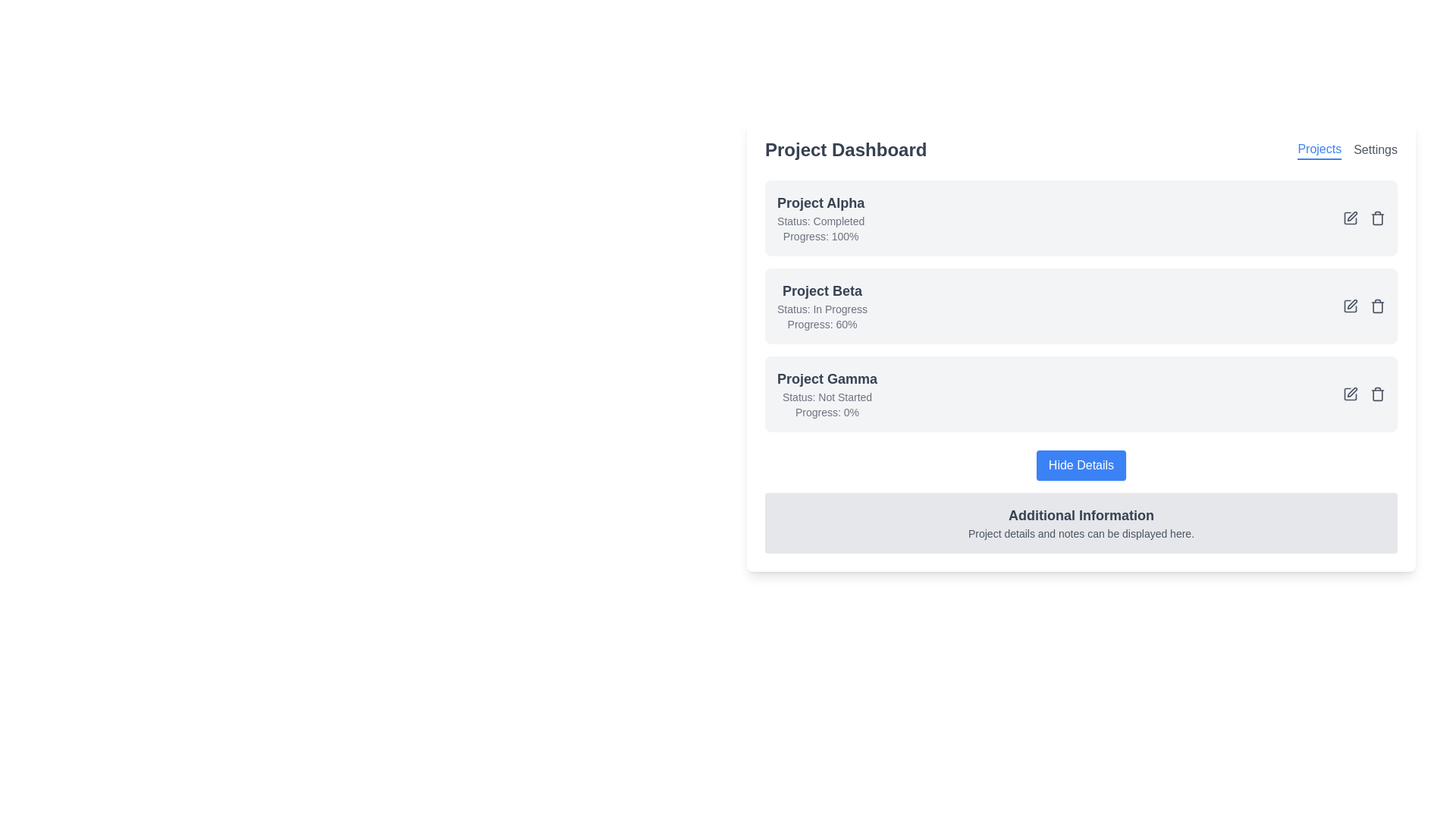 This screenshot has height=819, width=1456. What do you see at coordinates (1348, 149) in the screenshot?
I see `the navigation link group located at the top-right corner of the interface, next to the title 'Project Dashboard'` at bounding box center [1348, 149].